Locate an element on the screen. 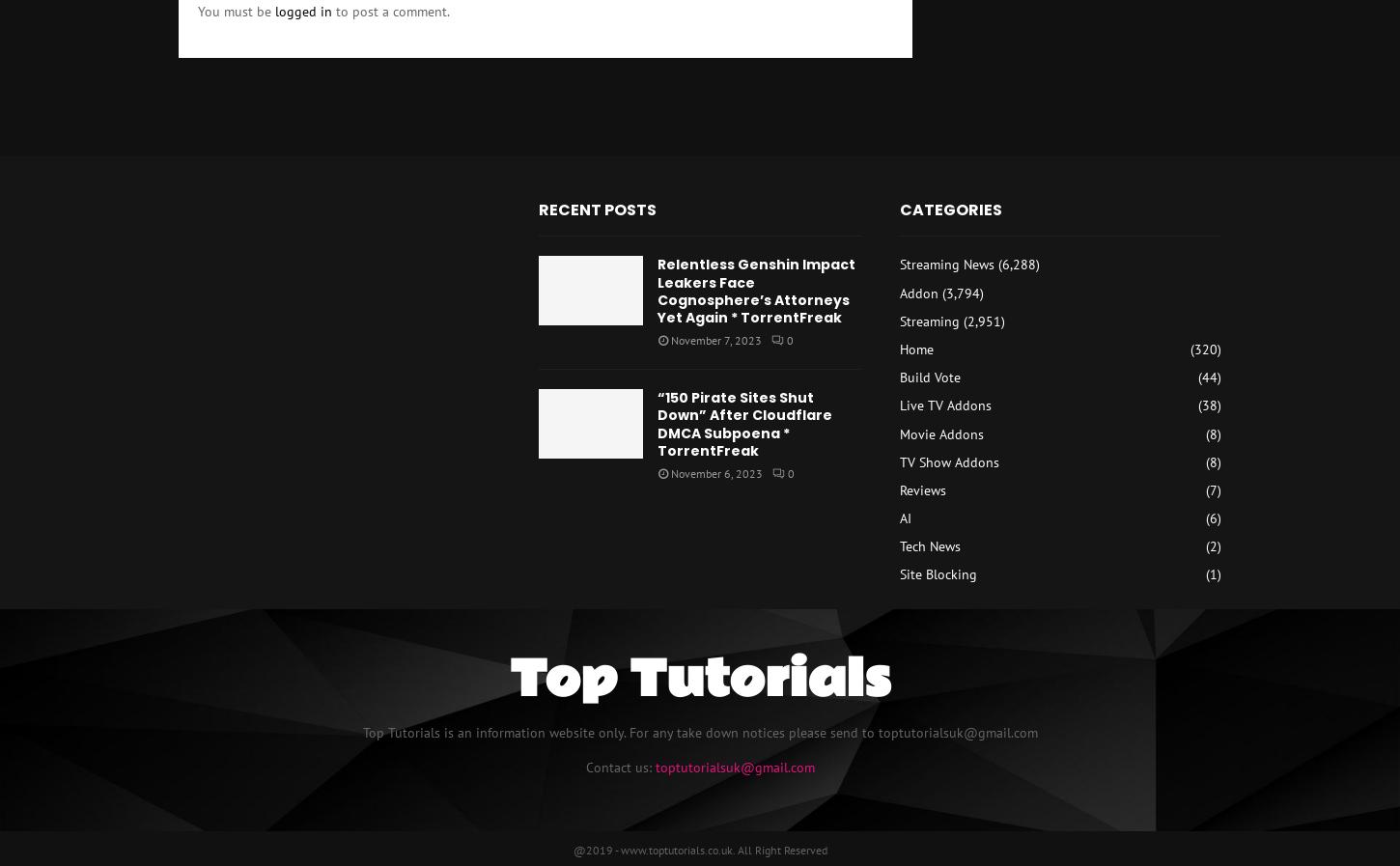  '(2,951)' is located at coordinates (981, 319).